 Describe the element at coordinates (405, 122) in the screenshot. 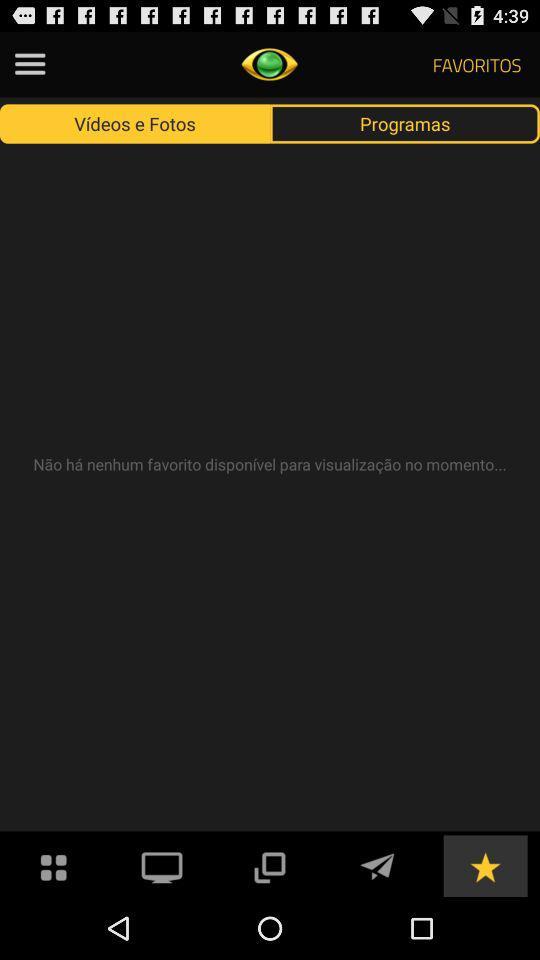

I see `programas button` at that location.